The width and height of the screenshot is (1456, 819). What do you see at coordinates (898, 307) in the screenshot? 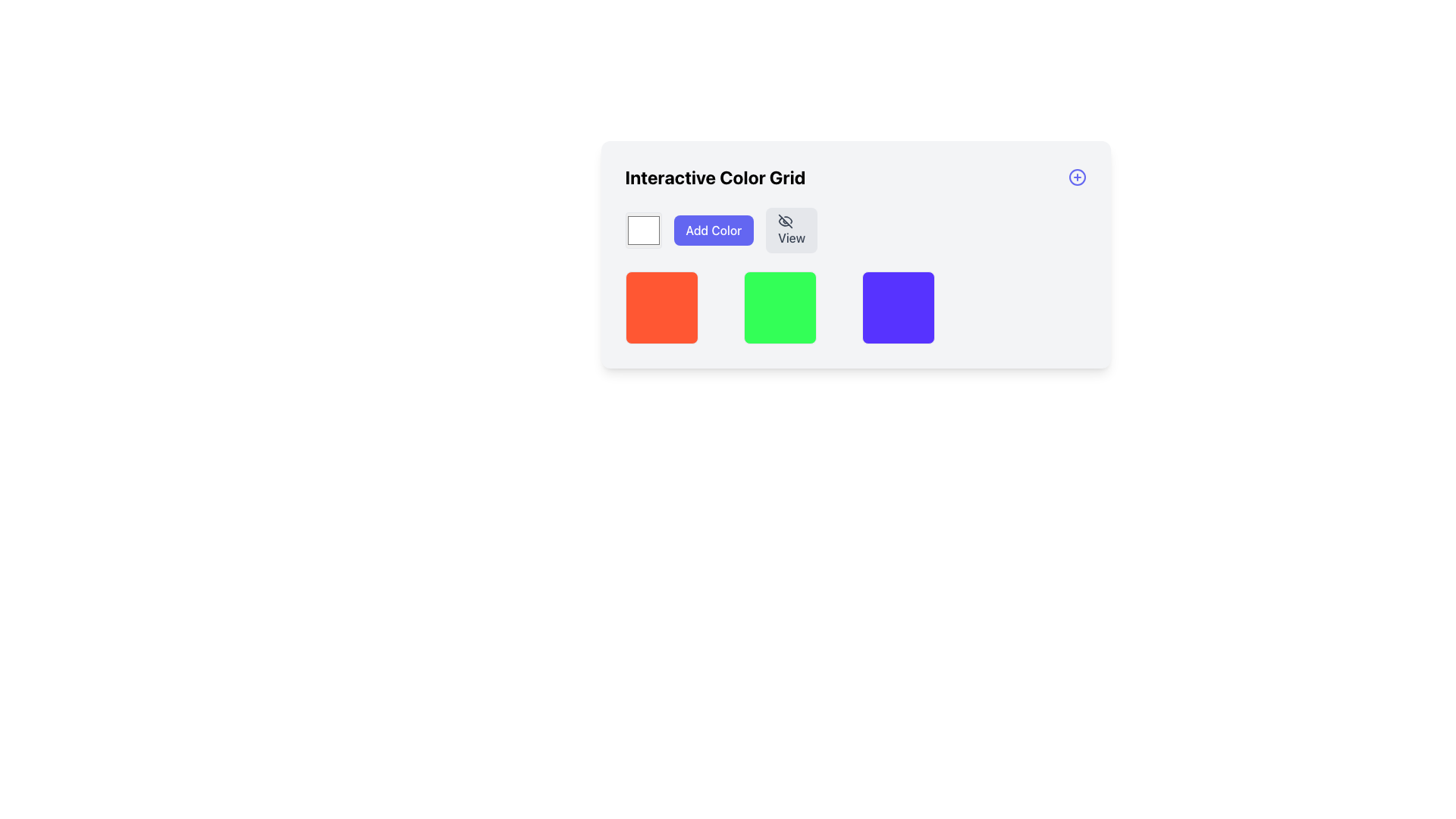
I see `the vibrant purple square box with rounded borders located` at bounding box center [898, 307].